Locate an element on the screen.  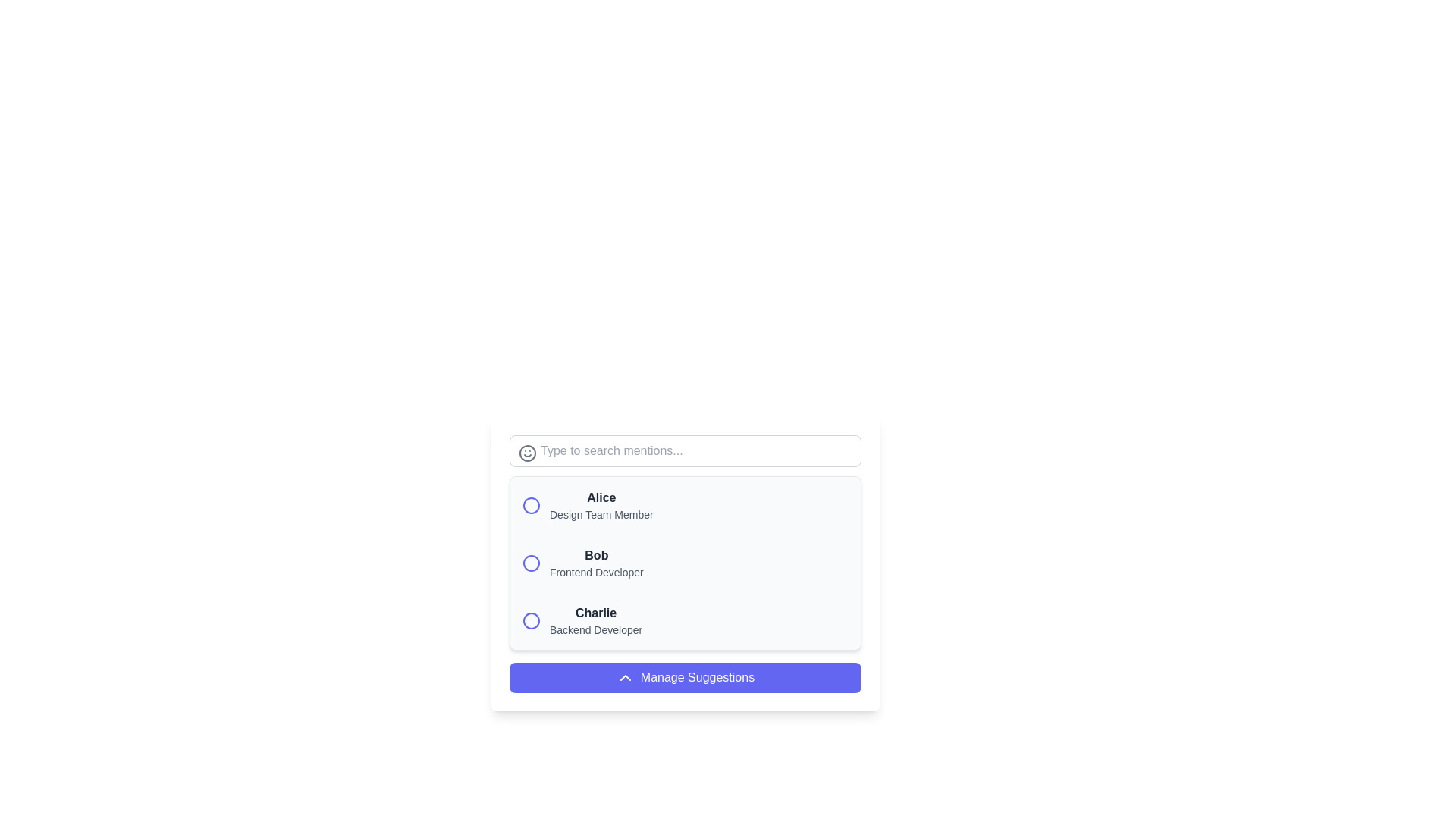
text 'Charlie' from the text label which is the third entry in the dropdown list, styled in bold and dark font, above the subtitle 'Backend Developer' is located at coordinates (595, 613).